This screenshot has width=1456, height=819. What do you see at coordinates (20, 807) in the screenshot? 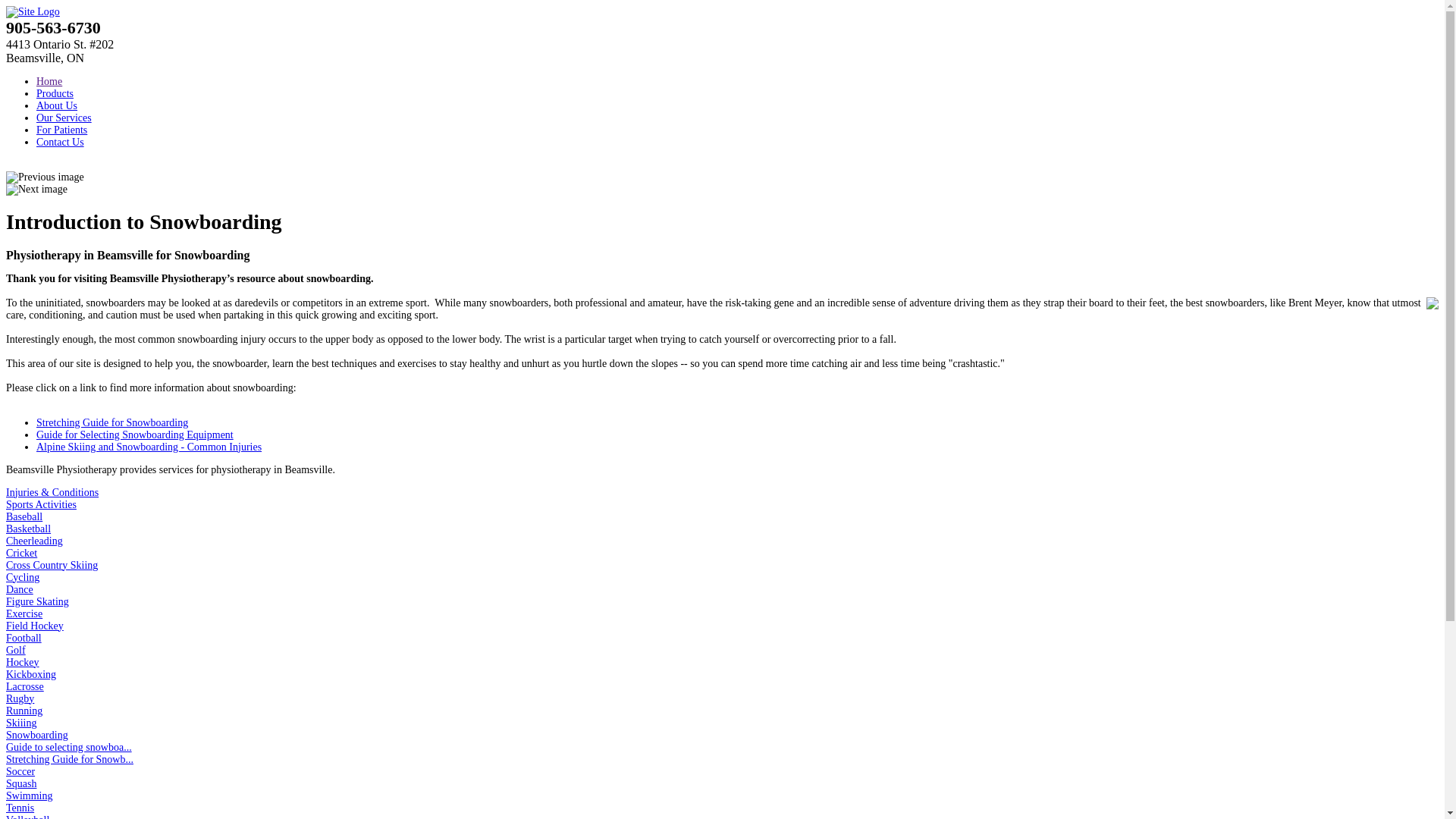
I see `'Tennis'` at bounding box center [20, 807].